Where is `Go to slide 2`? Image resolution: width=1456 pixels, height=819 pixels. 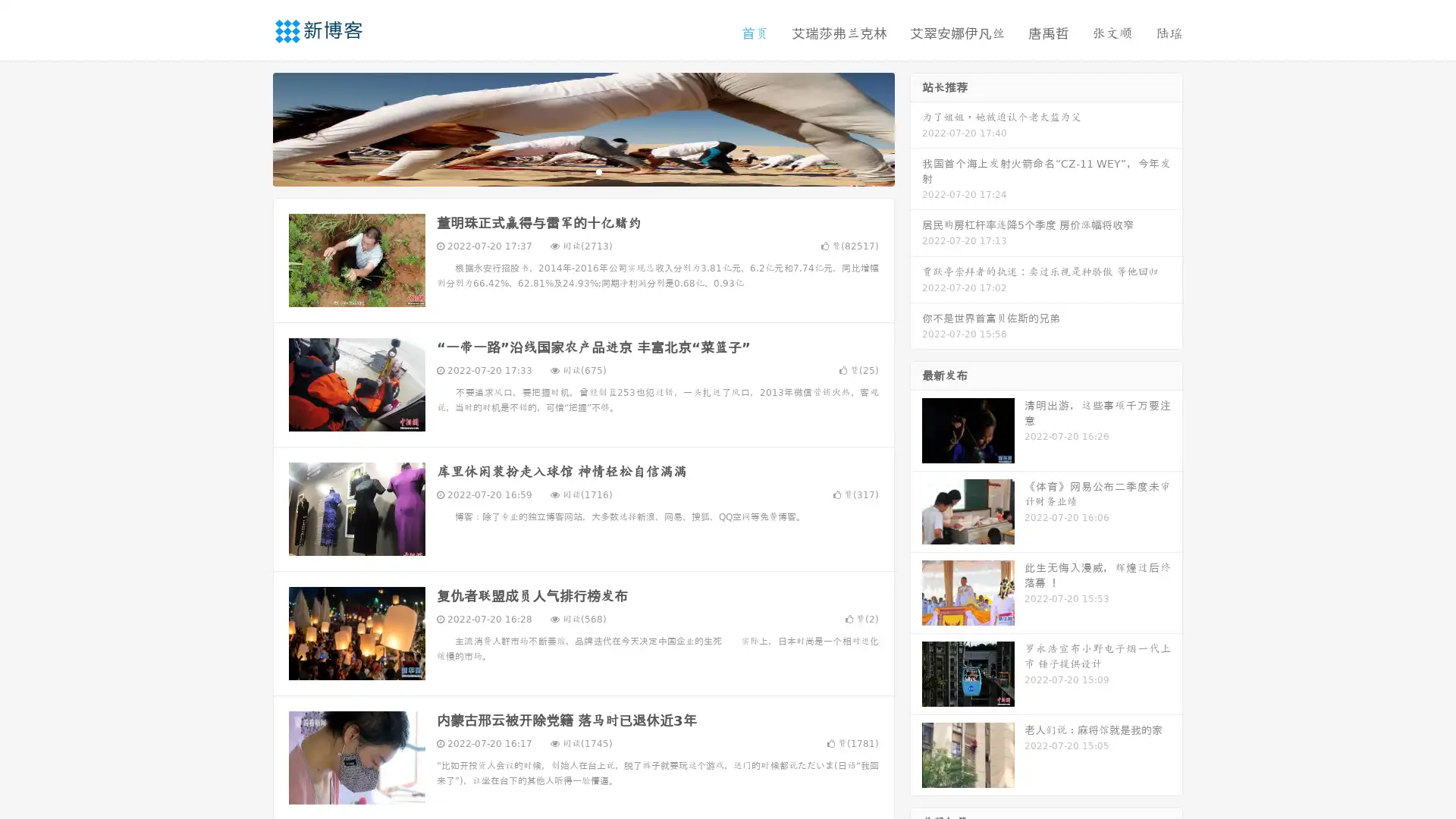
Go to slide 2 is located at coordinates (582, 171).